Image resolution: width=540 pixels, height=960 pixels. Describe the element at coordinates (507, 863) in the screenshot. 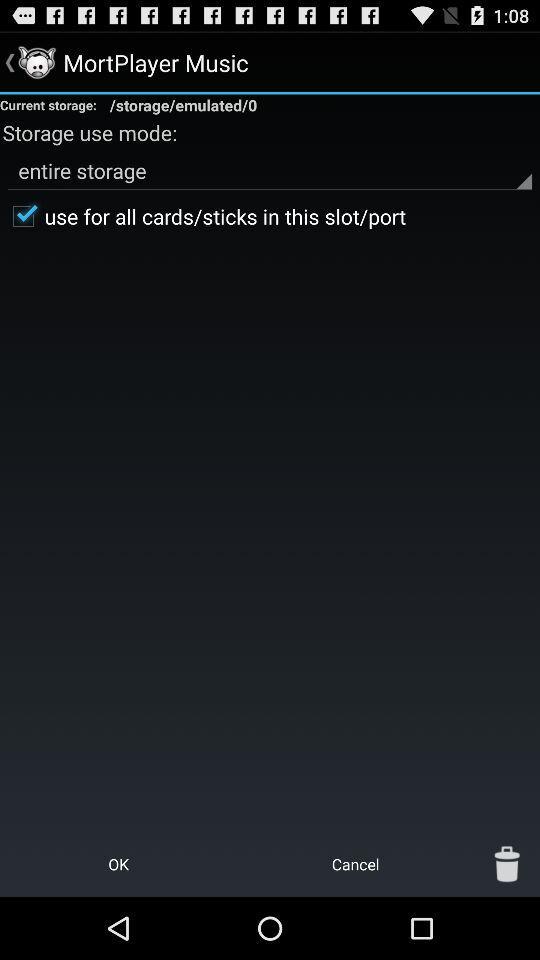

I see `delete` at that location.